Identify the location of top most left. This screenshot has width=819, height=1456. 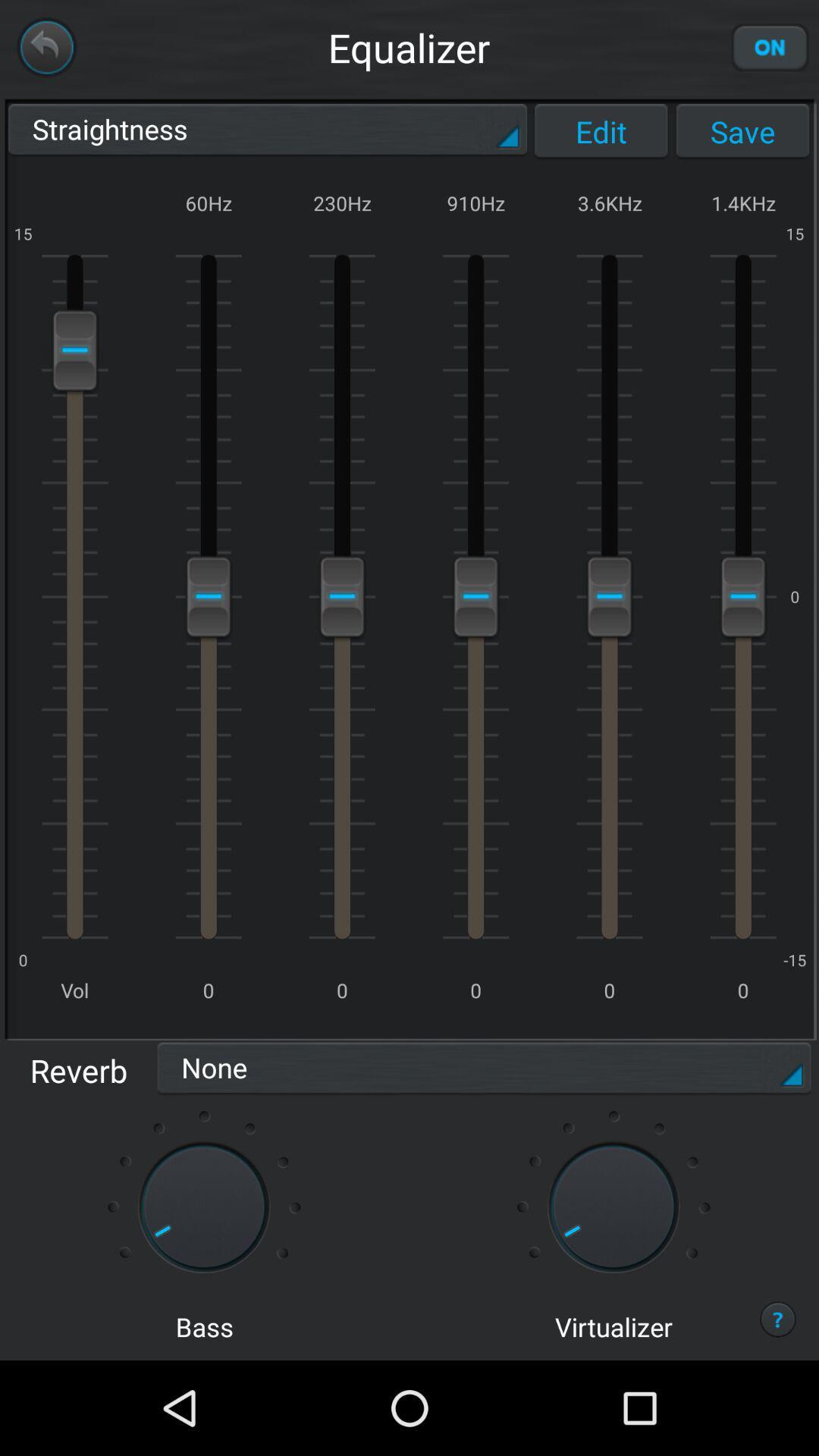
(45, 47).